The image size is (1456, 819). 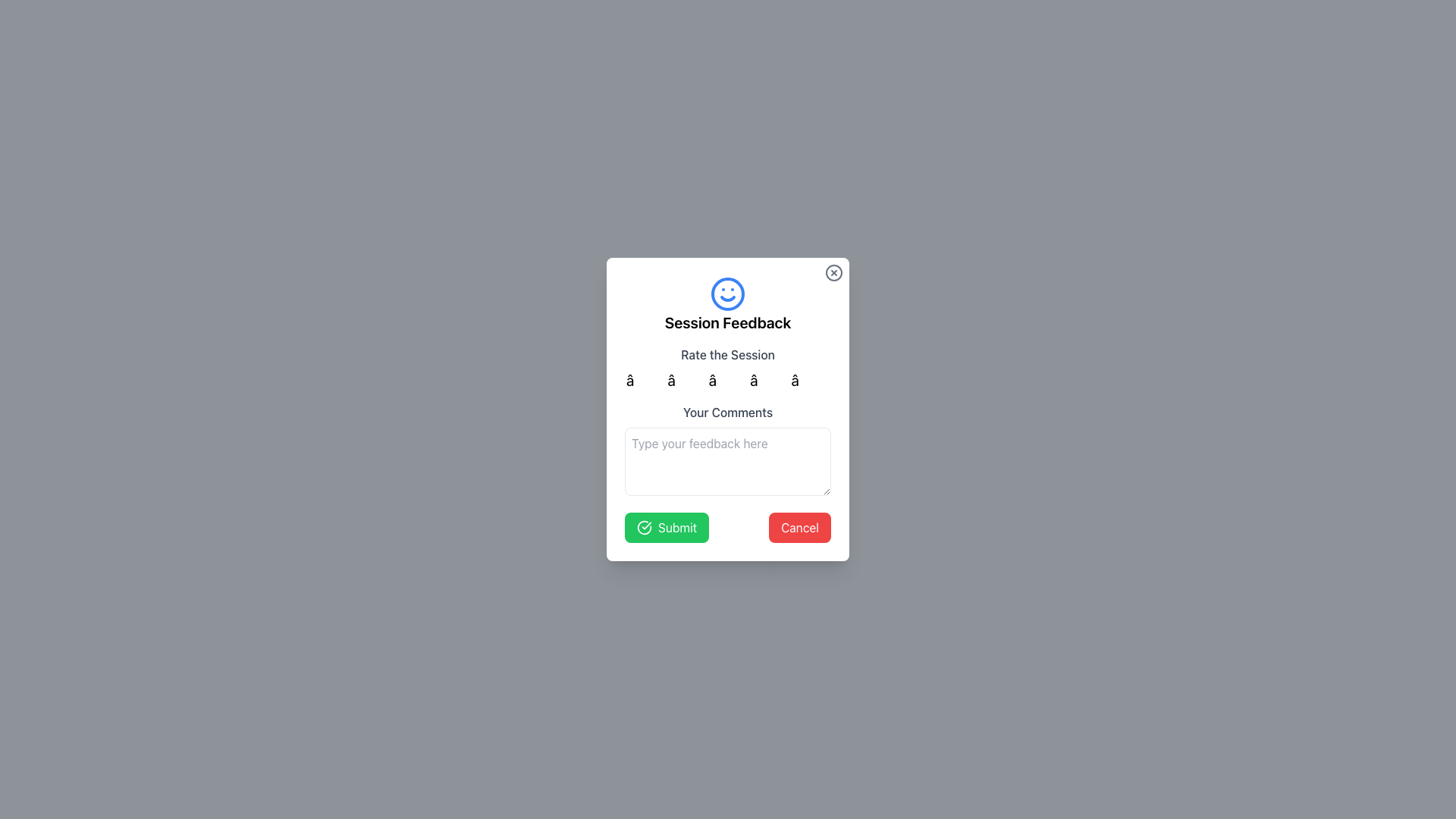 I want to click on the first Rating Star Icon, so click(x=645, y=379).